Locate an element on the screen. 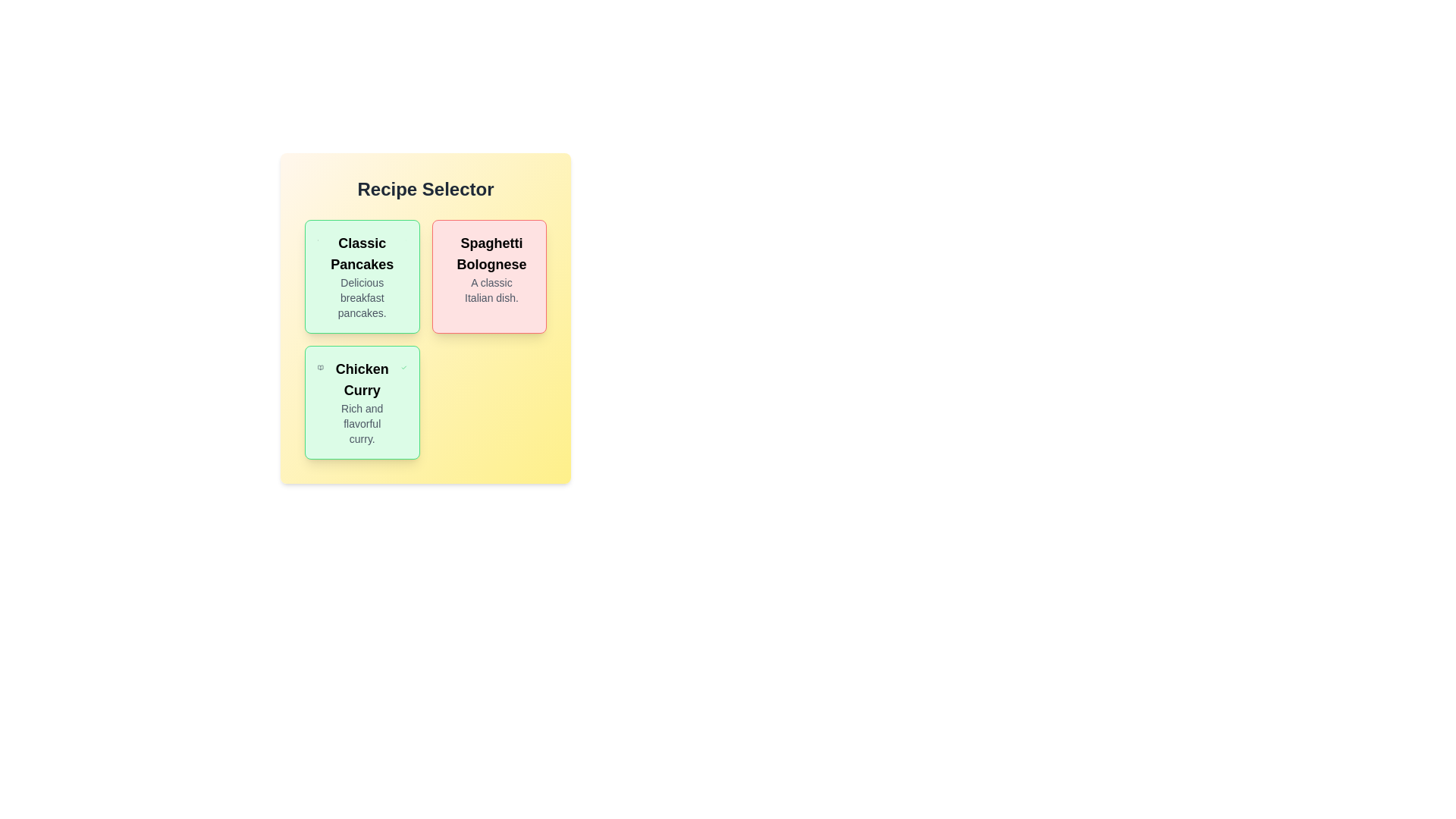 The width and height of the screenshot is (1456, 819). the recipe Spaghetti Bolognese is located at coordinates (489, 277).